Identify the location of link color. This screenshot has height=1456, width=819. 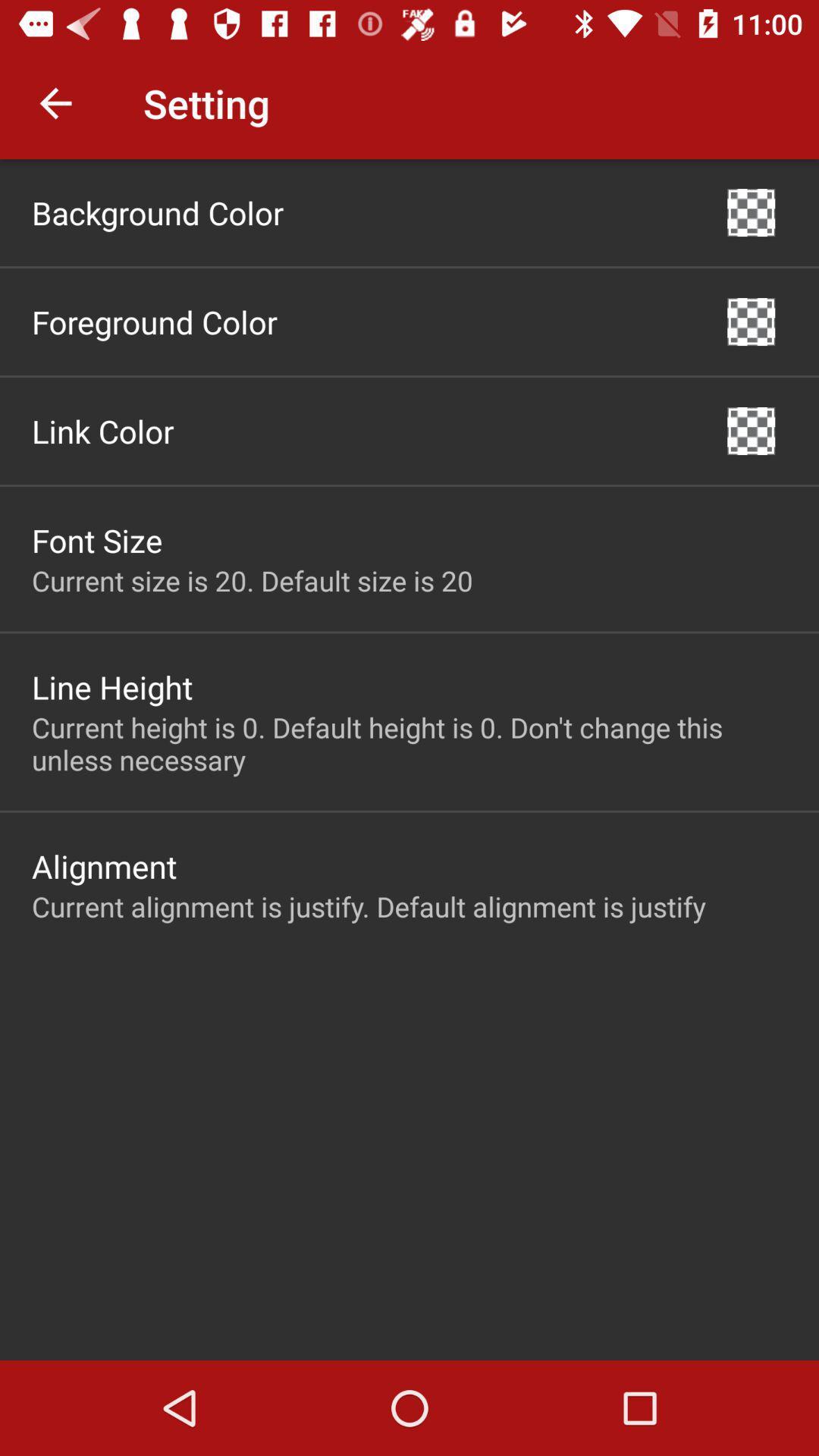
(102, 430).